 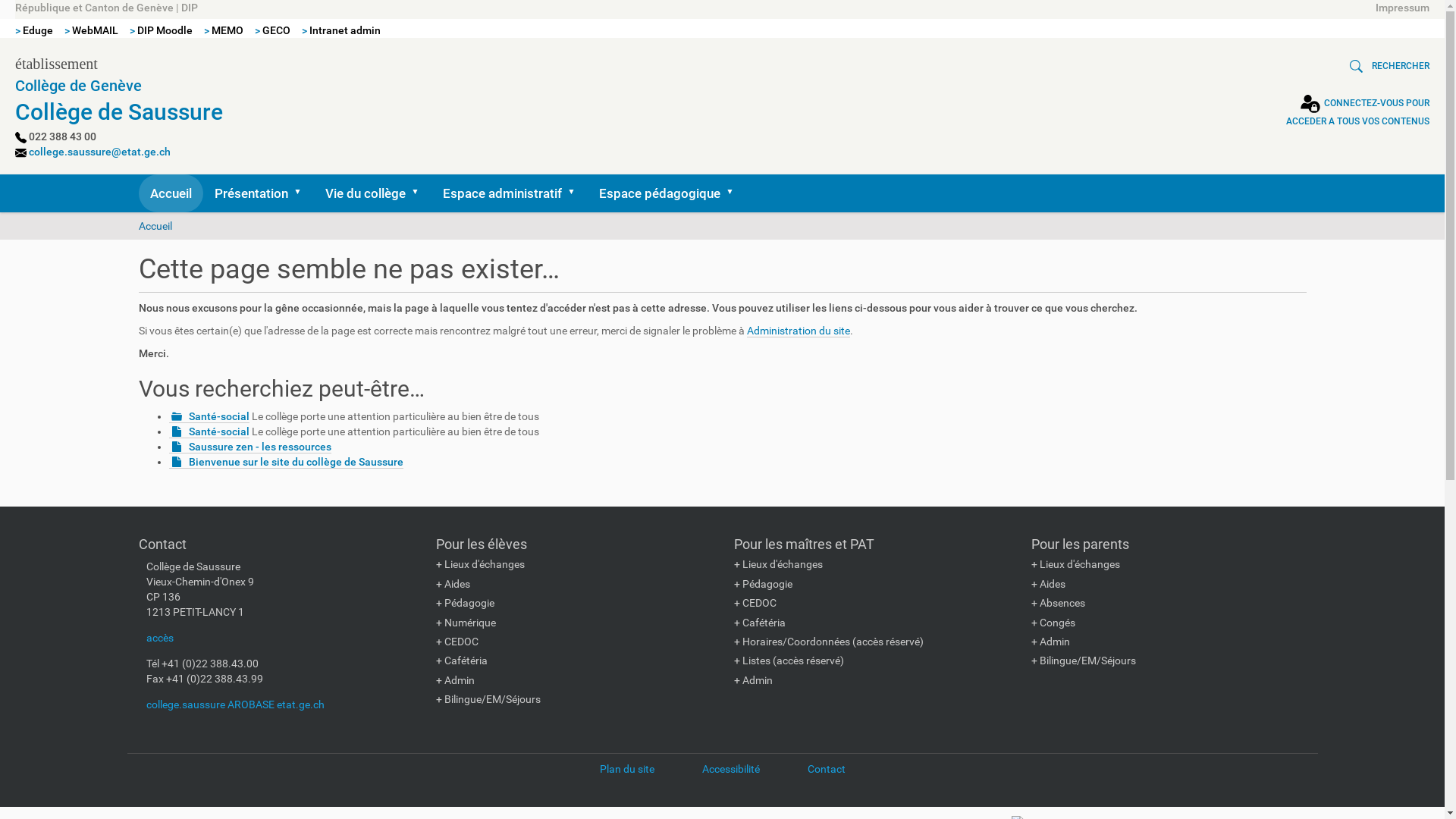 I want to click on '> DIP Moodle', so click(x=161, y=30).